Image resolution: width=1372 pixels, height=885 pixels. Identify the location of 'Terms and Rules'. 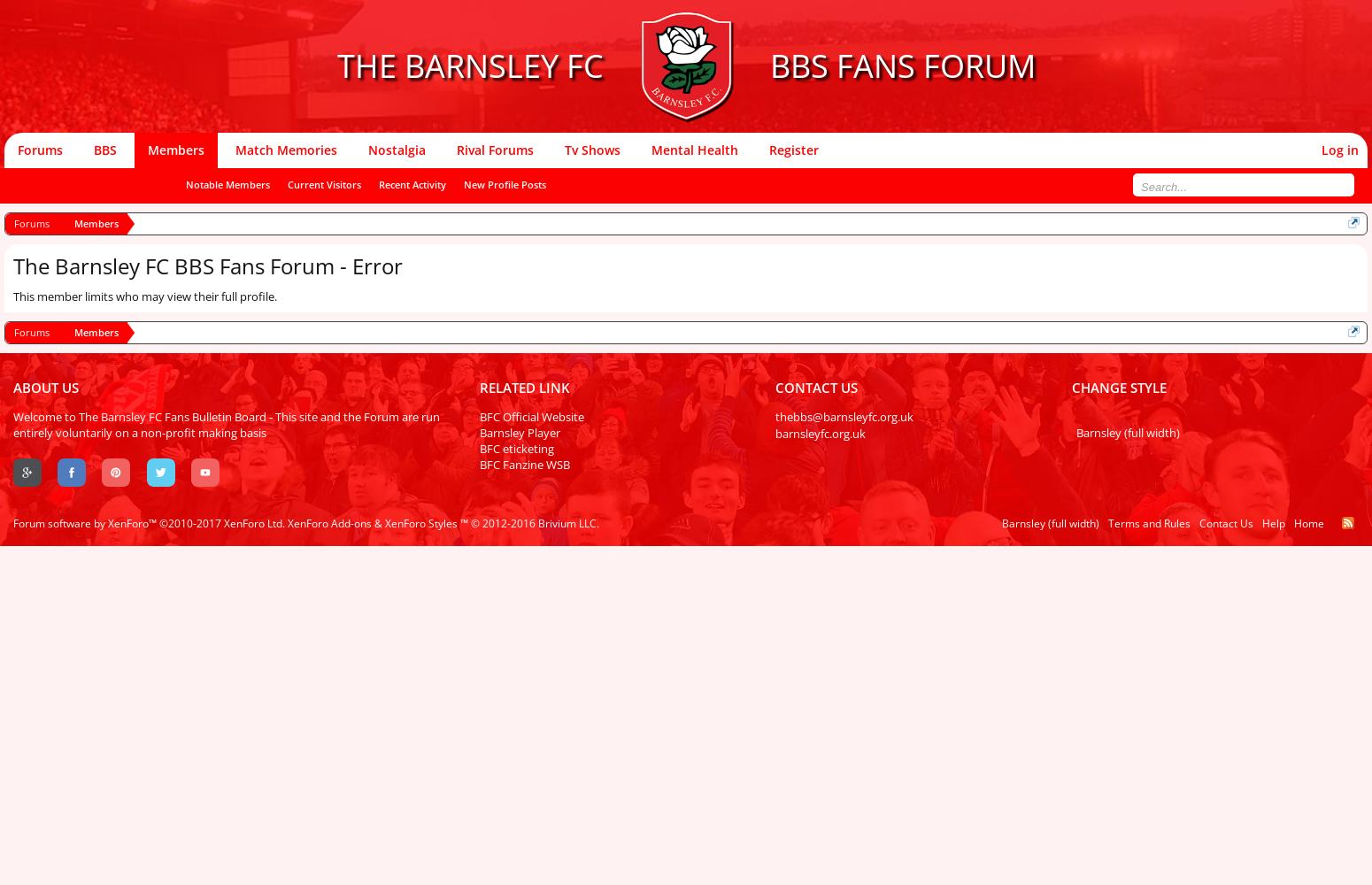
(1106, 522).